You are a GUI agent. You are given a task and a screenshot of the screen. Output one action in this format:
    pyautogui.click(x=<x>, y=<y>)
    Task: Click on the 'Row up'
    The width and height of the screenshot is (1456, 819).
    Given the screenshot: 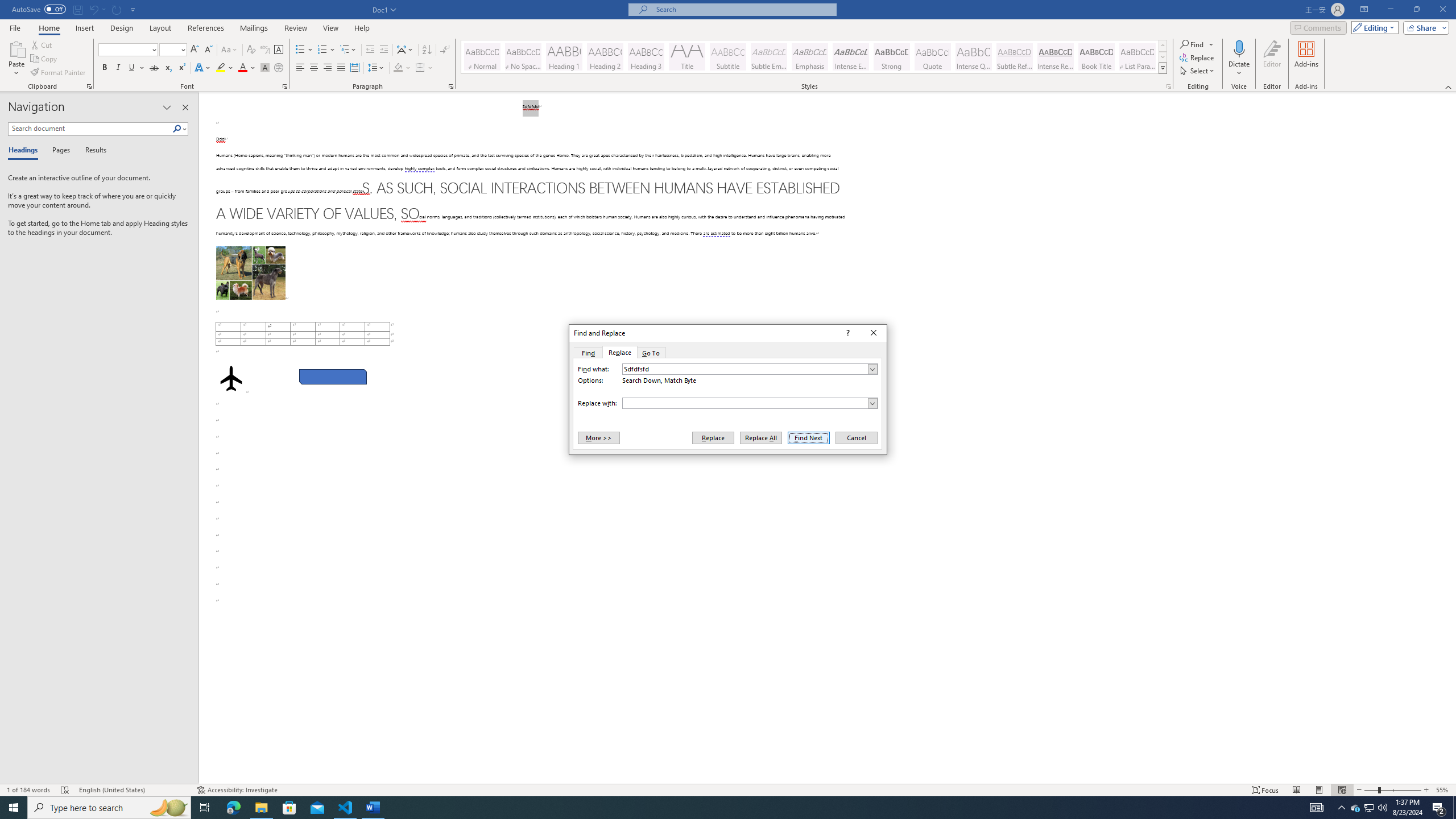 What is the action you would take?
    pyautogui.click(x=1163, y=45)
    